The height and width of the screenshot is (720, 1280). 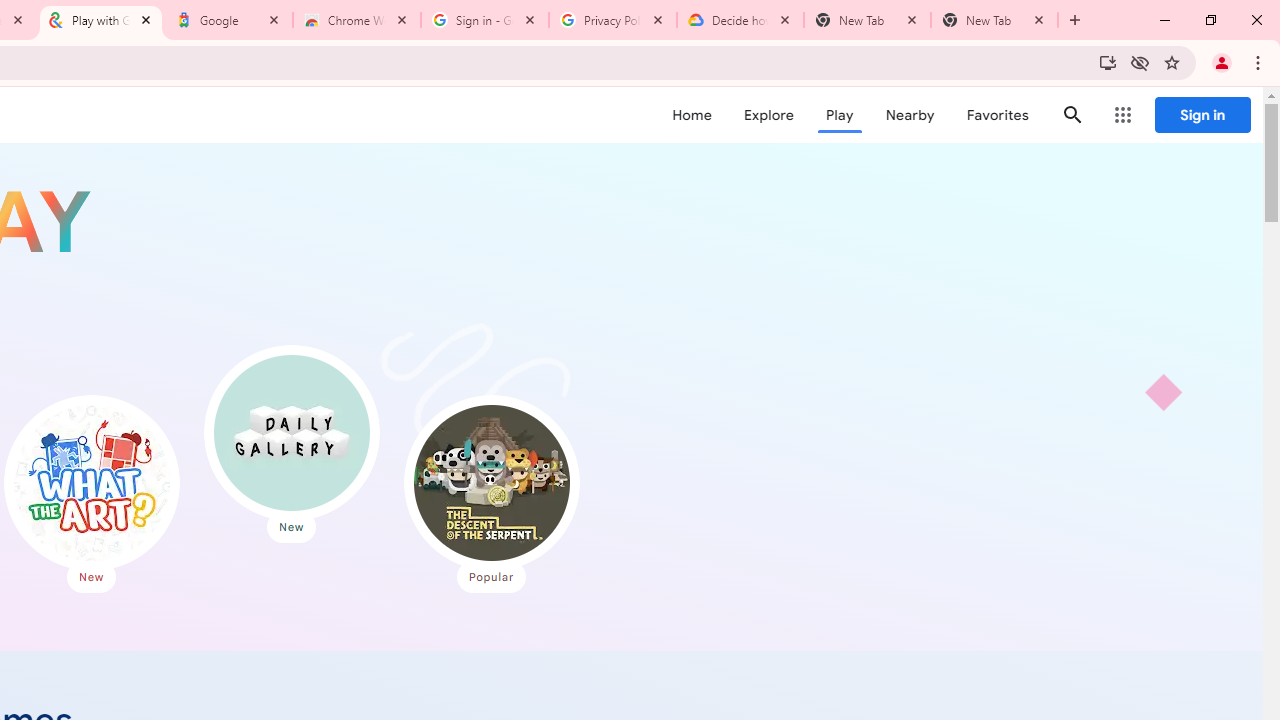 I want to click on 'New Tab', so click(x=994, y=20).